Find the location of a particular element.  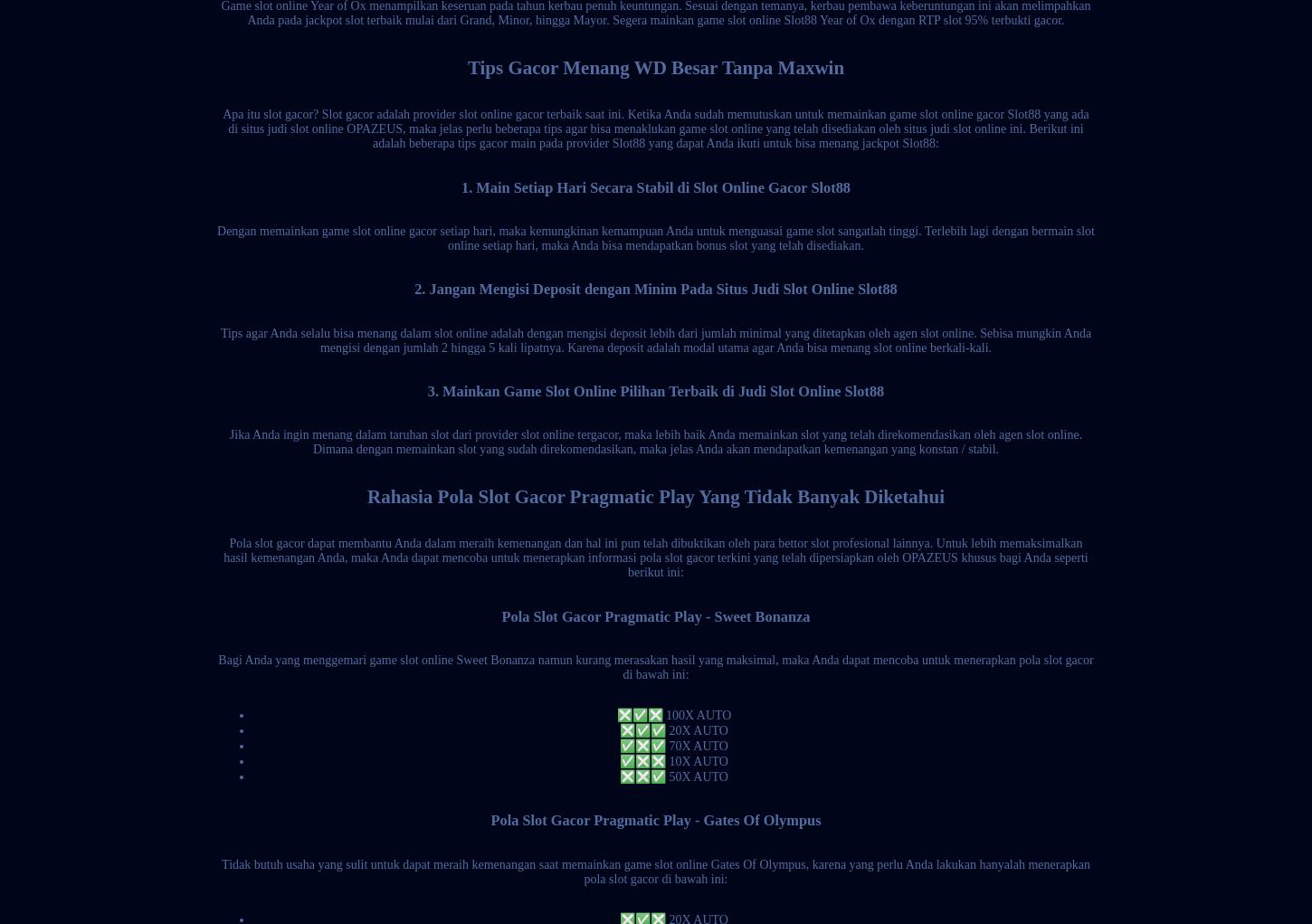

'❎✅✅ 20X AUTO' is located at coordinates (673, 729).